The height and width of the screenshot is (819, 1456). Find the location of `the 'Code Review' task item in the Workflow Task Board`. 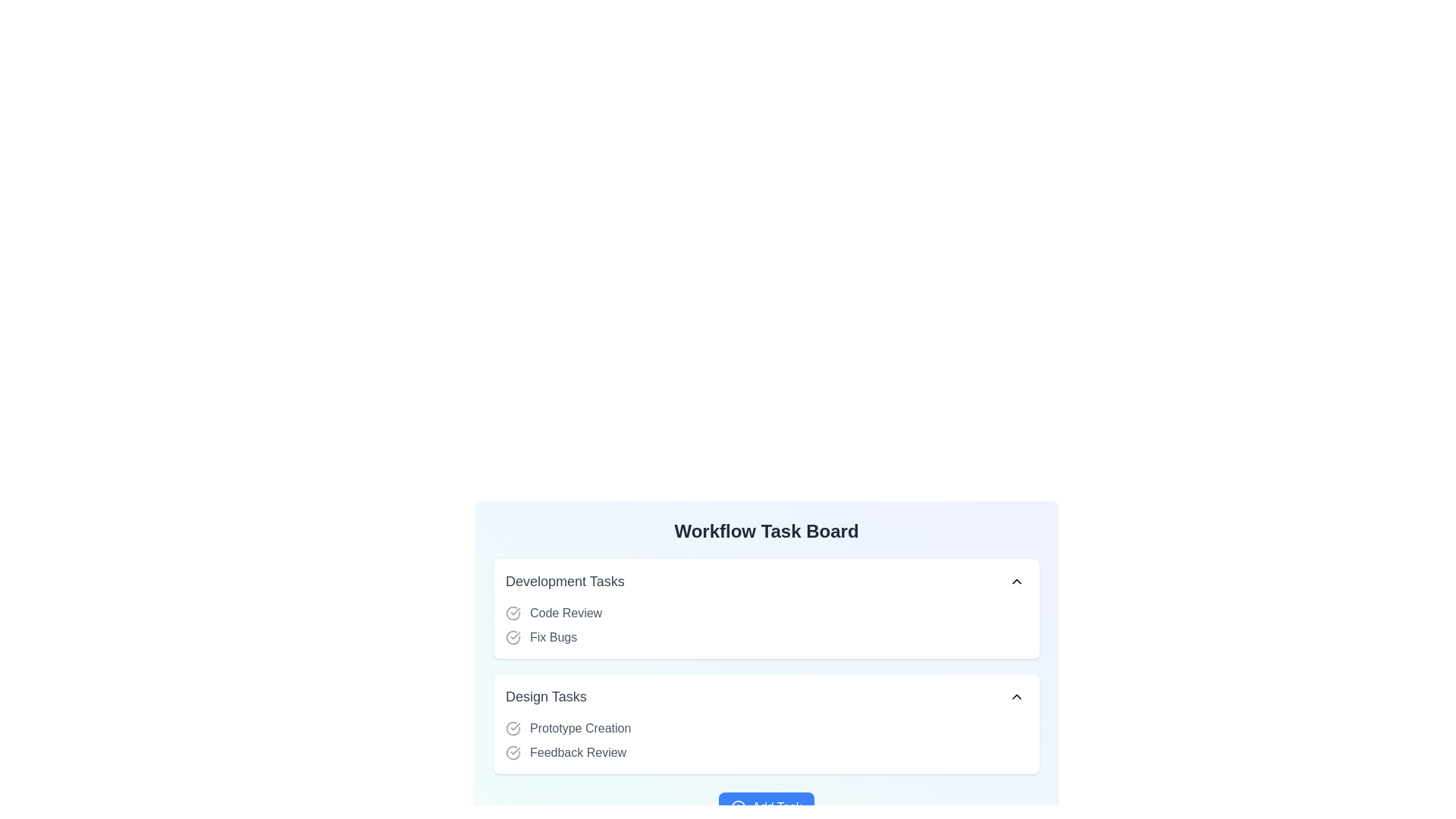

the 'Code Review' task item in the Workflow Task Board is located at coordinates (767, 613).